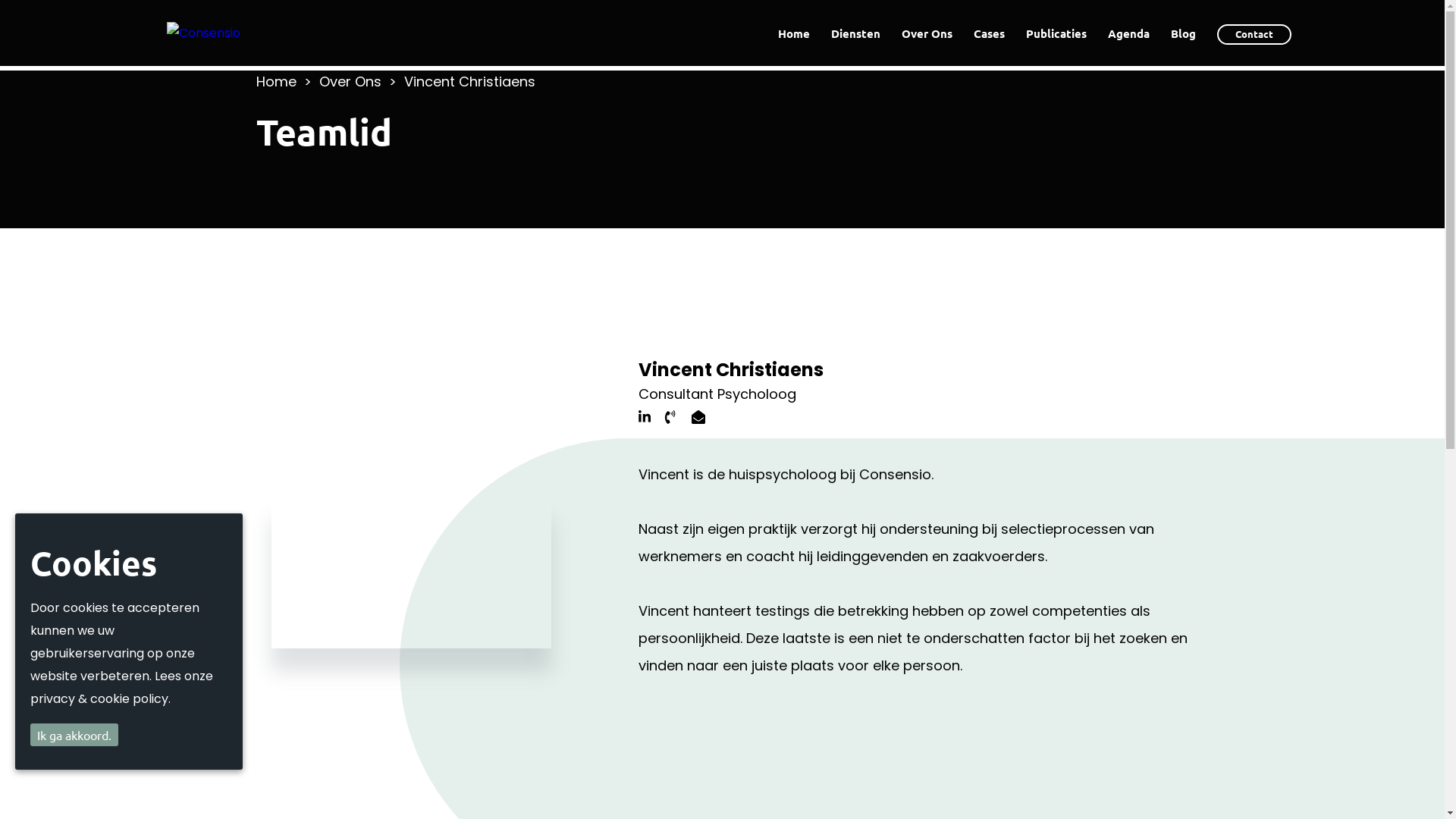 Image resolution: width=1456 pixels, height=819 pixels. I want to click on 'Diensten', so click(855, 32).